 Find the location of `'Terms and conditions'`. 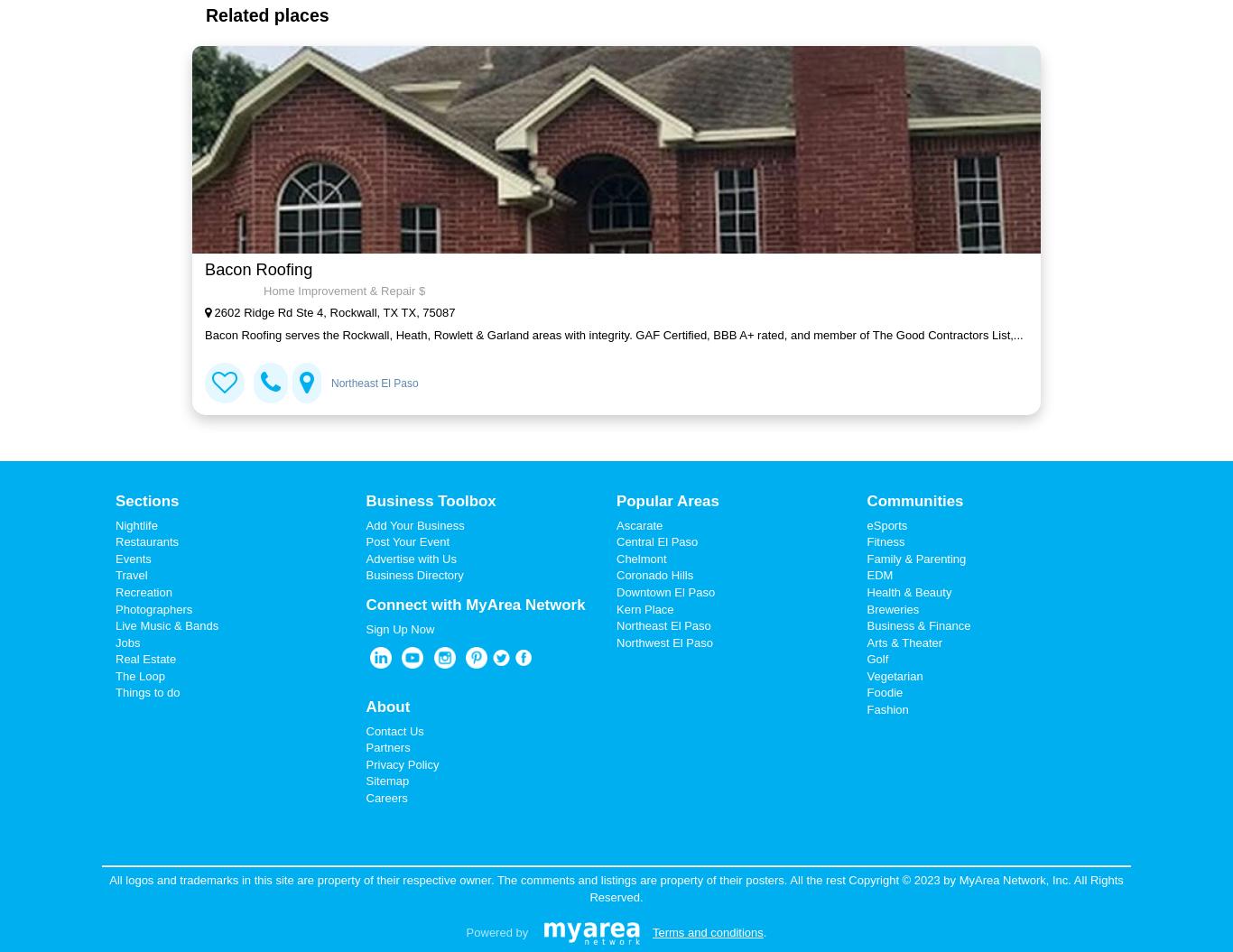

'Terms and conditions' is located at coordinates (707, 931).